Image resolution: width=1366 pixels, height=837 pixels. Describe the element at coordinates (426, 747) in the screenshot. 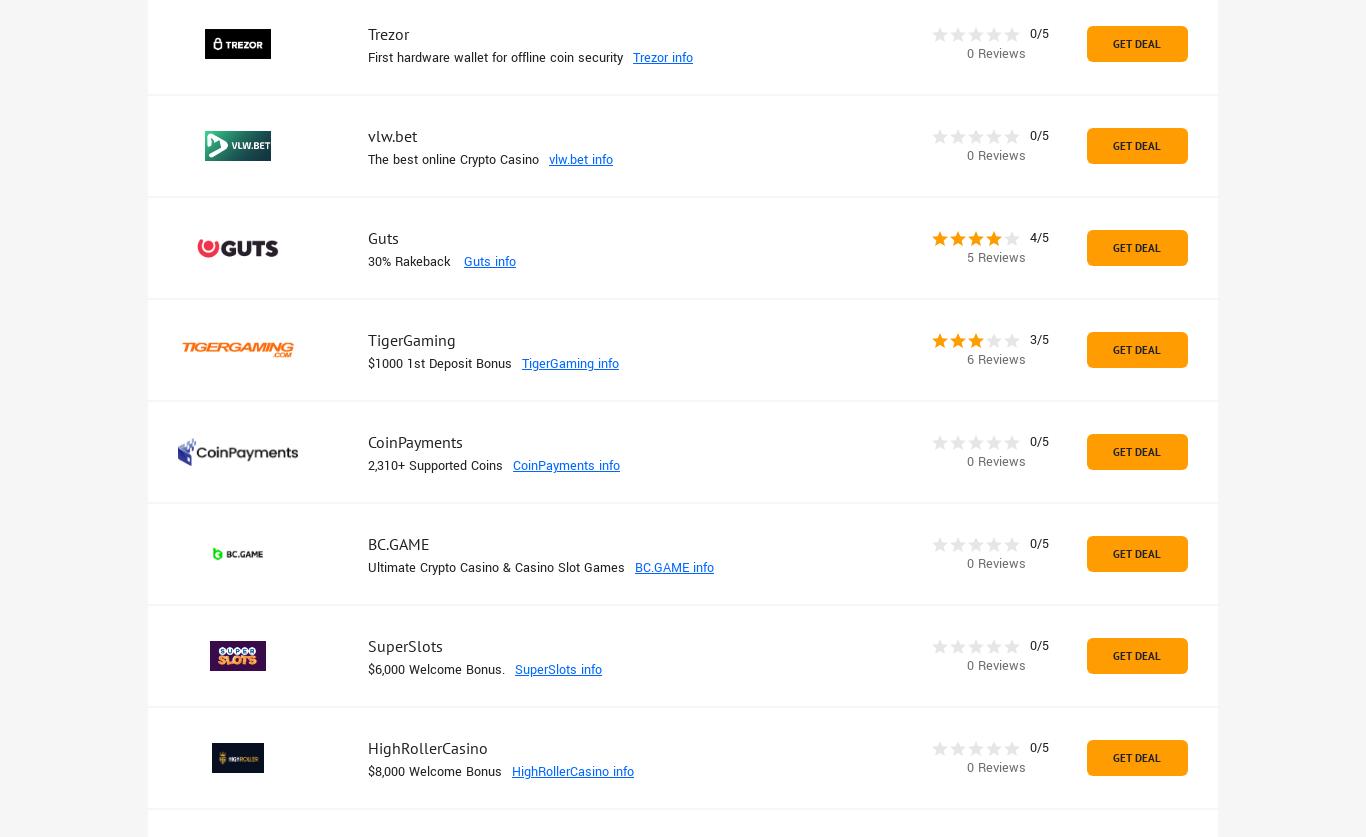

I see `'HighRollerCasino'` at that location.